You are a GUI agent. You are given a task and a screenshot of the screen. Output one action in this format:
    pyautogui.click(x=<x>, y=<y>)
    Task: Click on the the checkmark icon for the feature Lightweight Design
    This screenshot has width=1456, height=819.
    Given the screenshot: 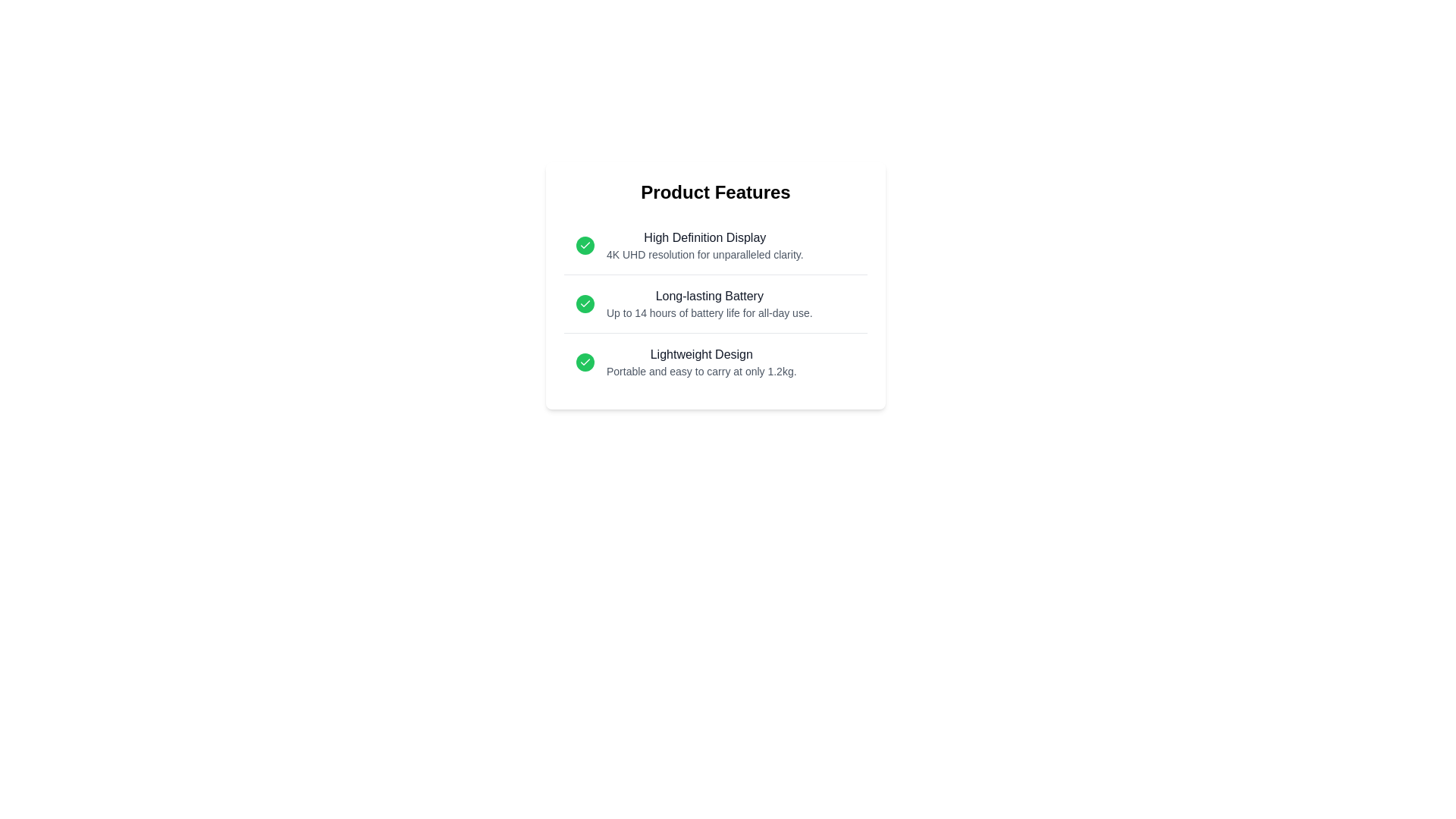 What is the action you would take?
    pyautogui.click(x=585, y=362)
    